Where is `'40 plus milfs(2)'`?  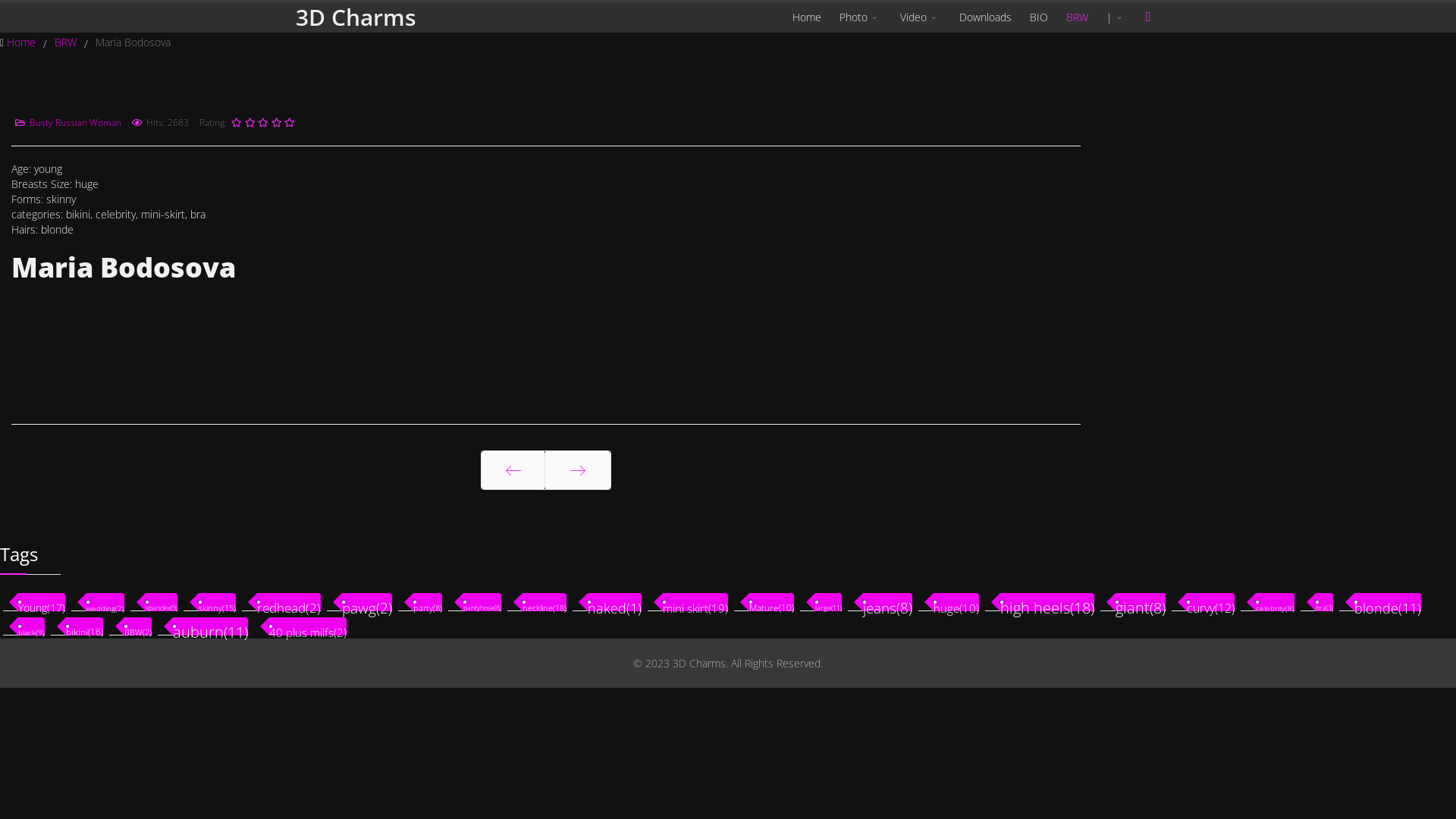 '40 plus milfs(2)' is located at coordinates (269, 626).